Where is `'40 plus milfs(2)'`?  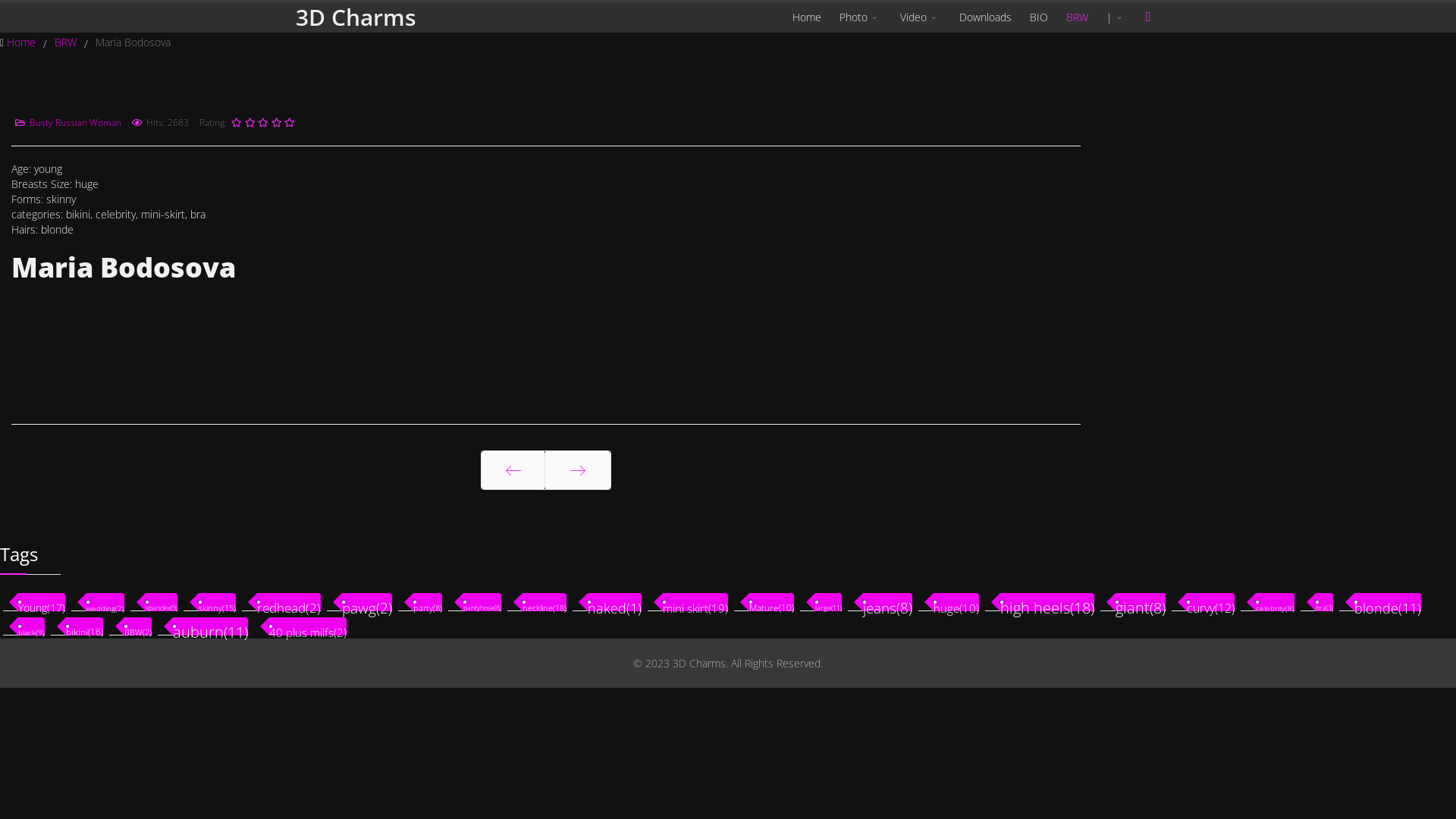 '40 plus milfs(2)' is located at coordinates (269, 626).